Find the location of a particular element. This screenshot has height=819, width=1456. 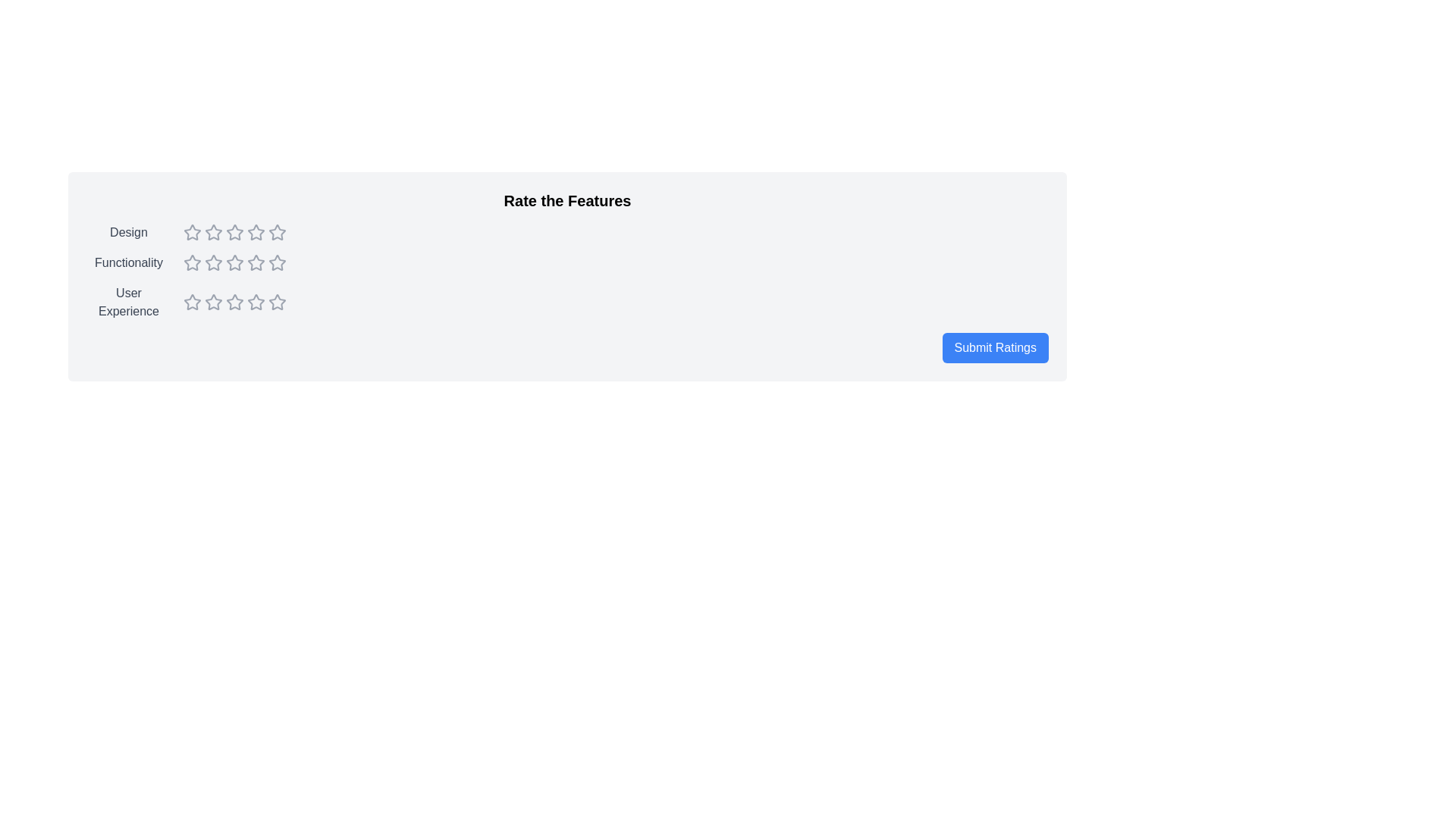

the fourth hollow star-shaped icon in the rating row for 'Design' feedback is located at coordinates (277, 232).